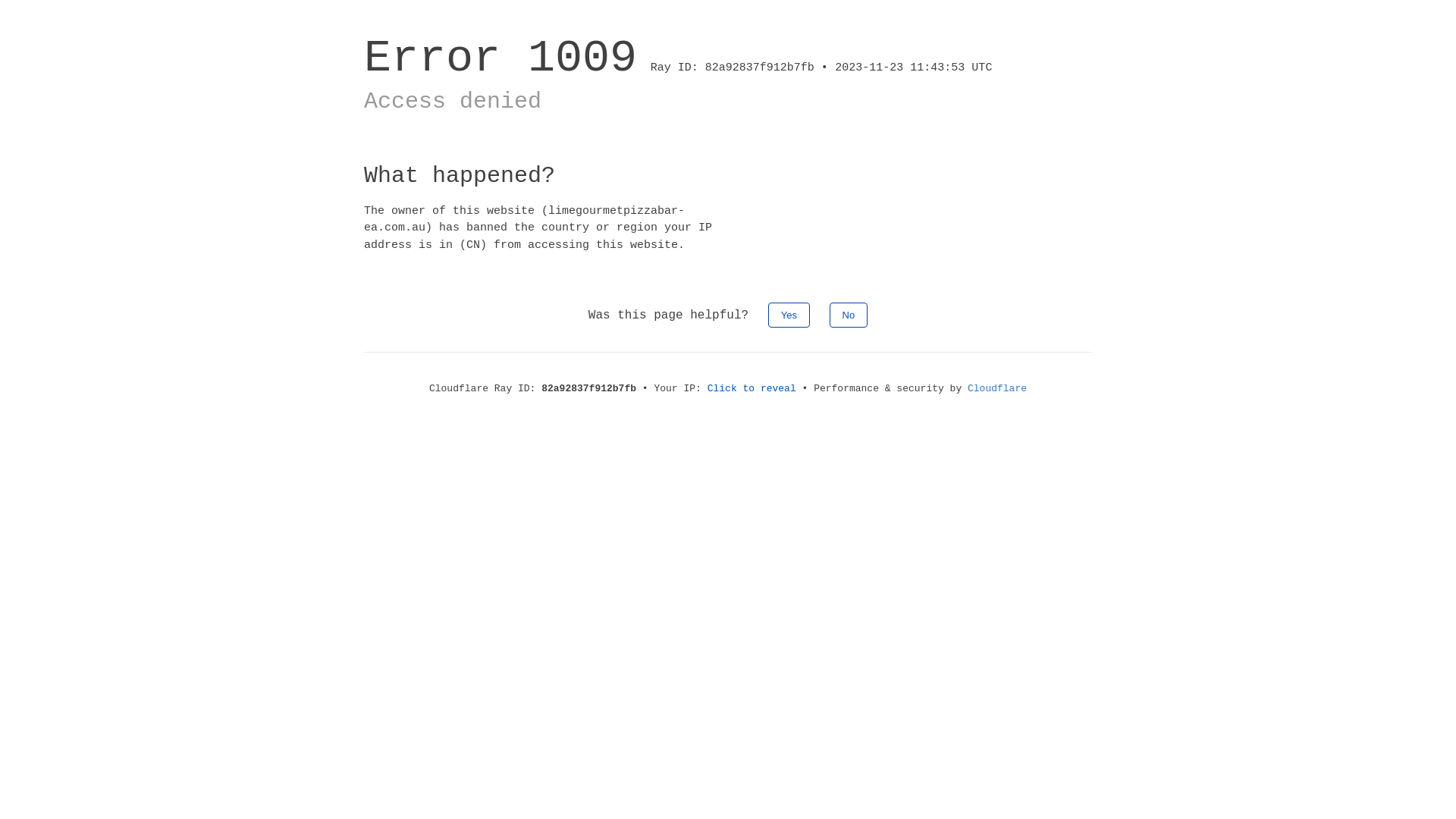 The image size is (1456, 819). I want to click on 'No', so click(848, 314).